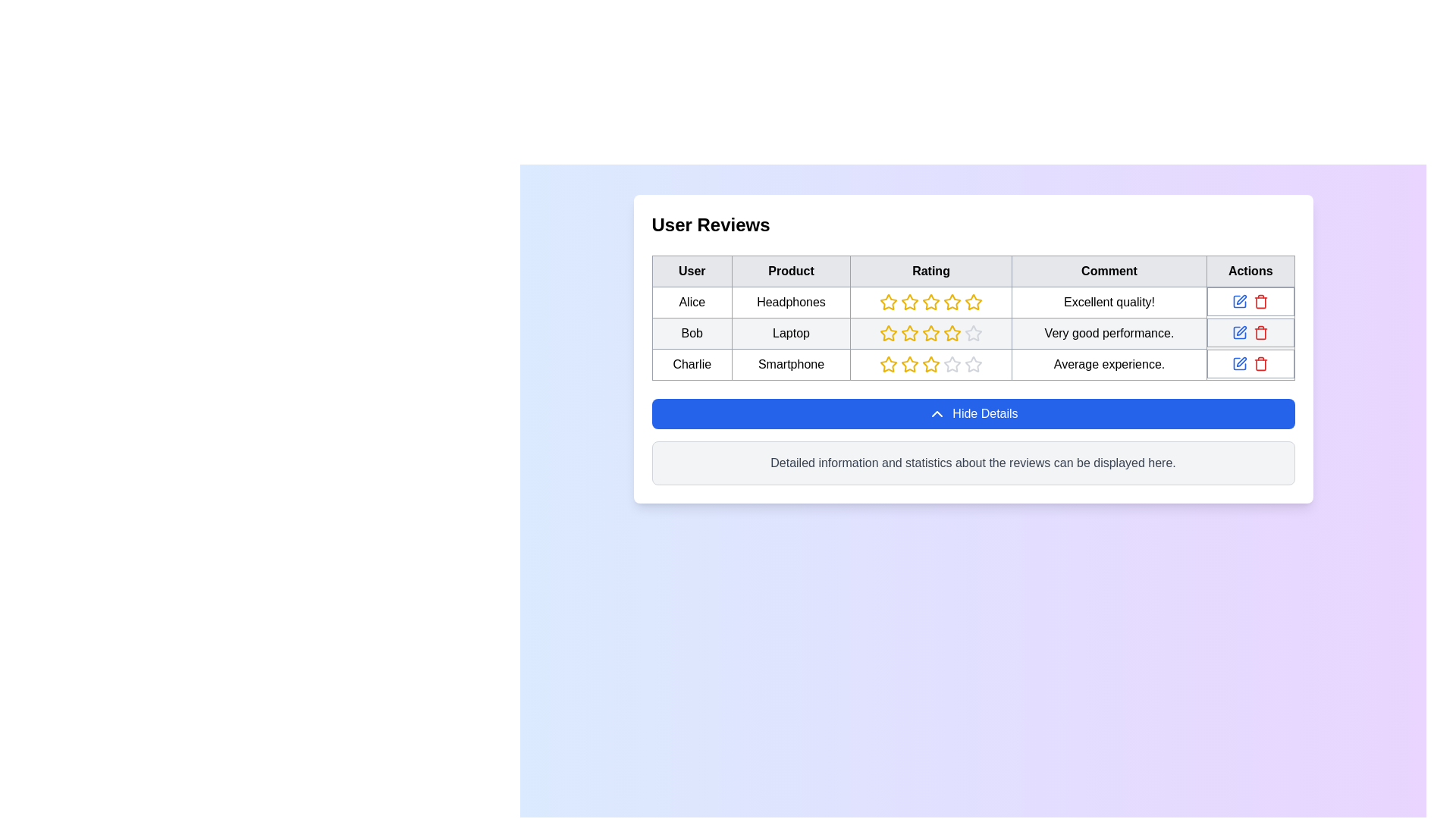 This screenshot has height=819, width=1456. What do you see at coordinates (1261, 301) in the screenshot?
I see `the red trash bin icon button located in the last column of the second row under the 'Actions' section to trigger a tooltip or visual feedback` at bounding box center [1261, 301].